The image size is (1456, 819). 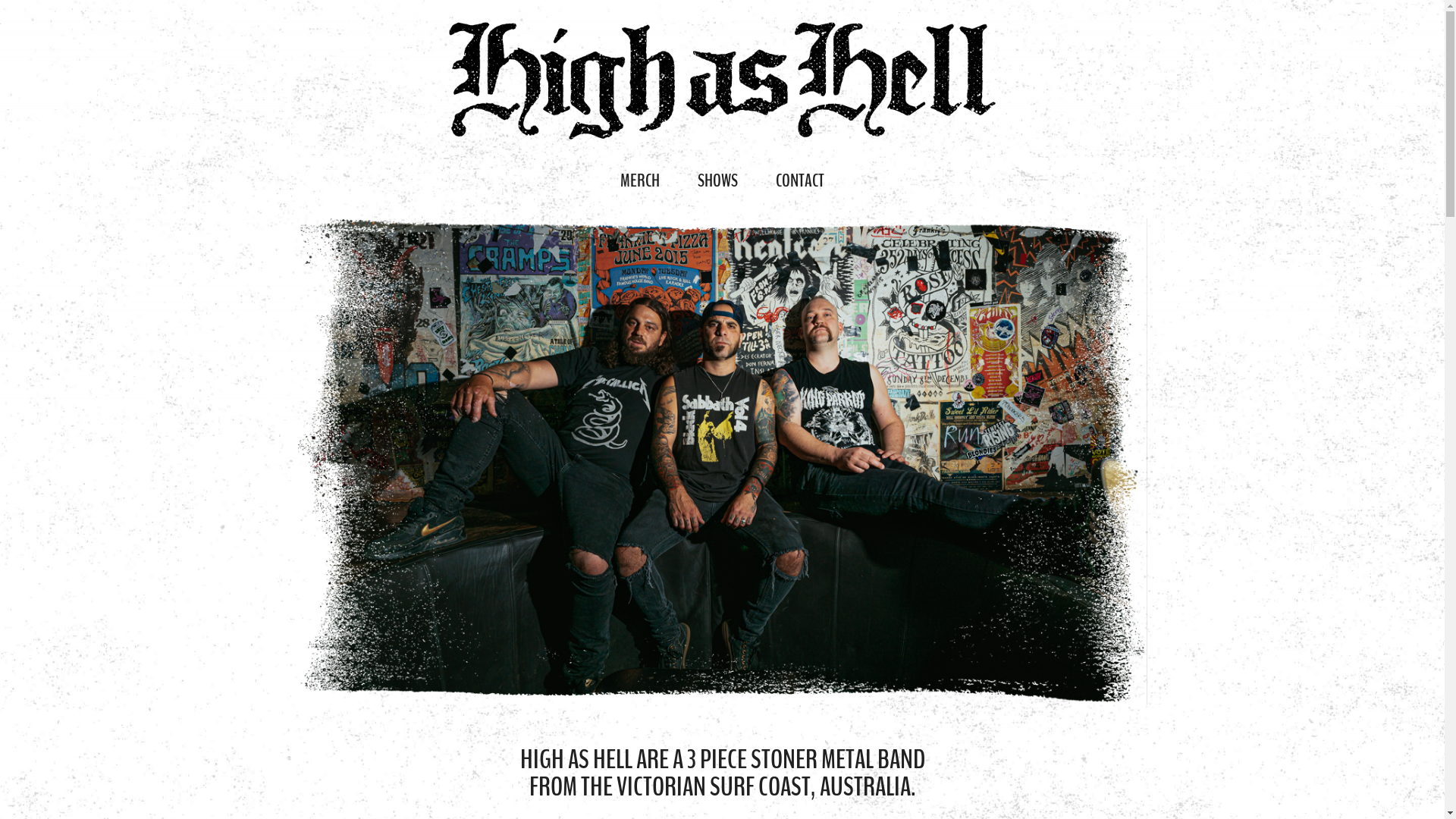 I want to click on 'CONTACT', so click(x=799, y=180).